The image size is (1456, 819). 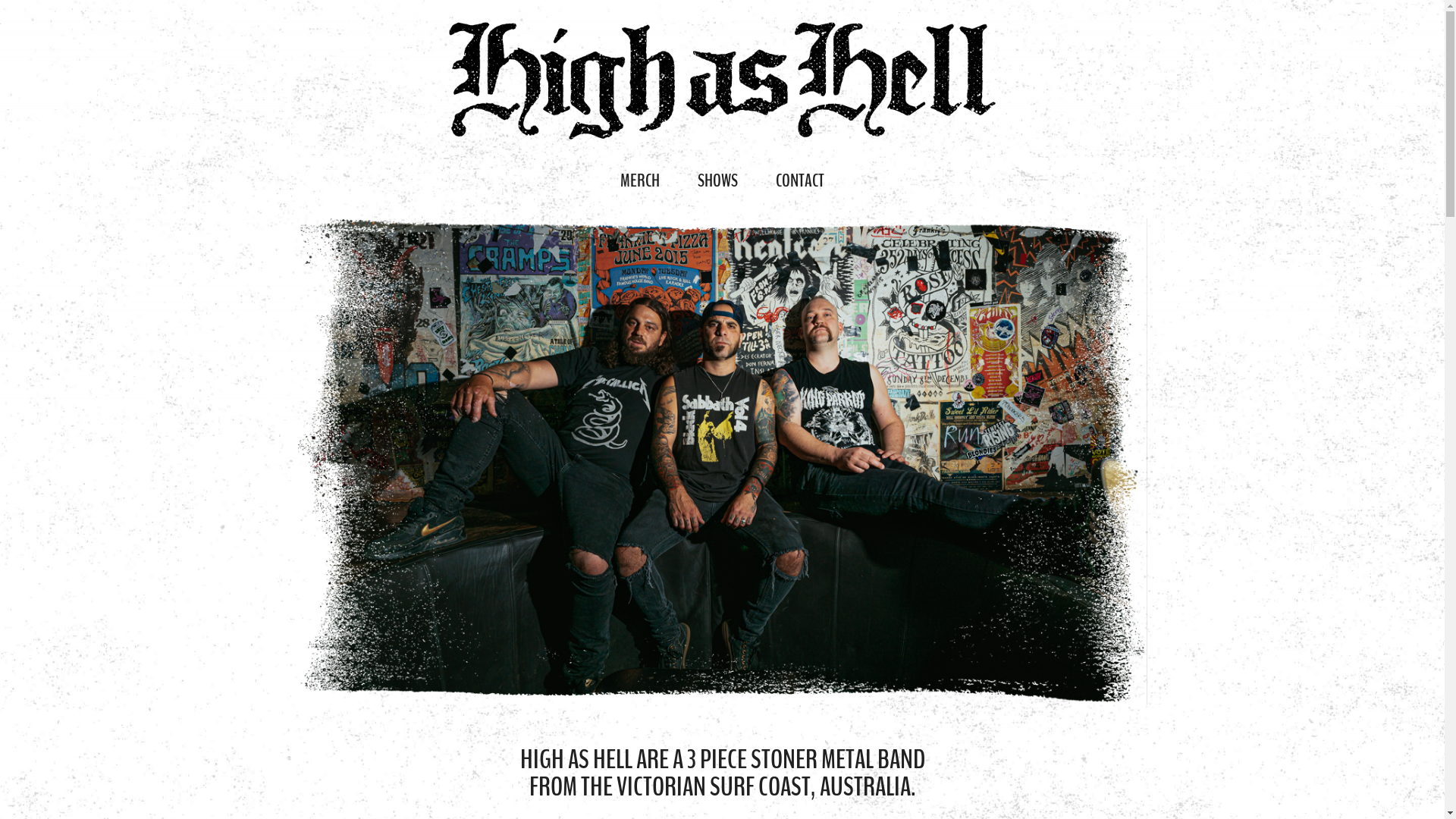 I want to click on 'CONTACT', so click(x=799, y=180).